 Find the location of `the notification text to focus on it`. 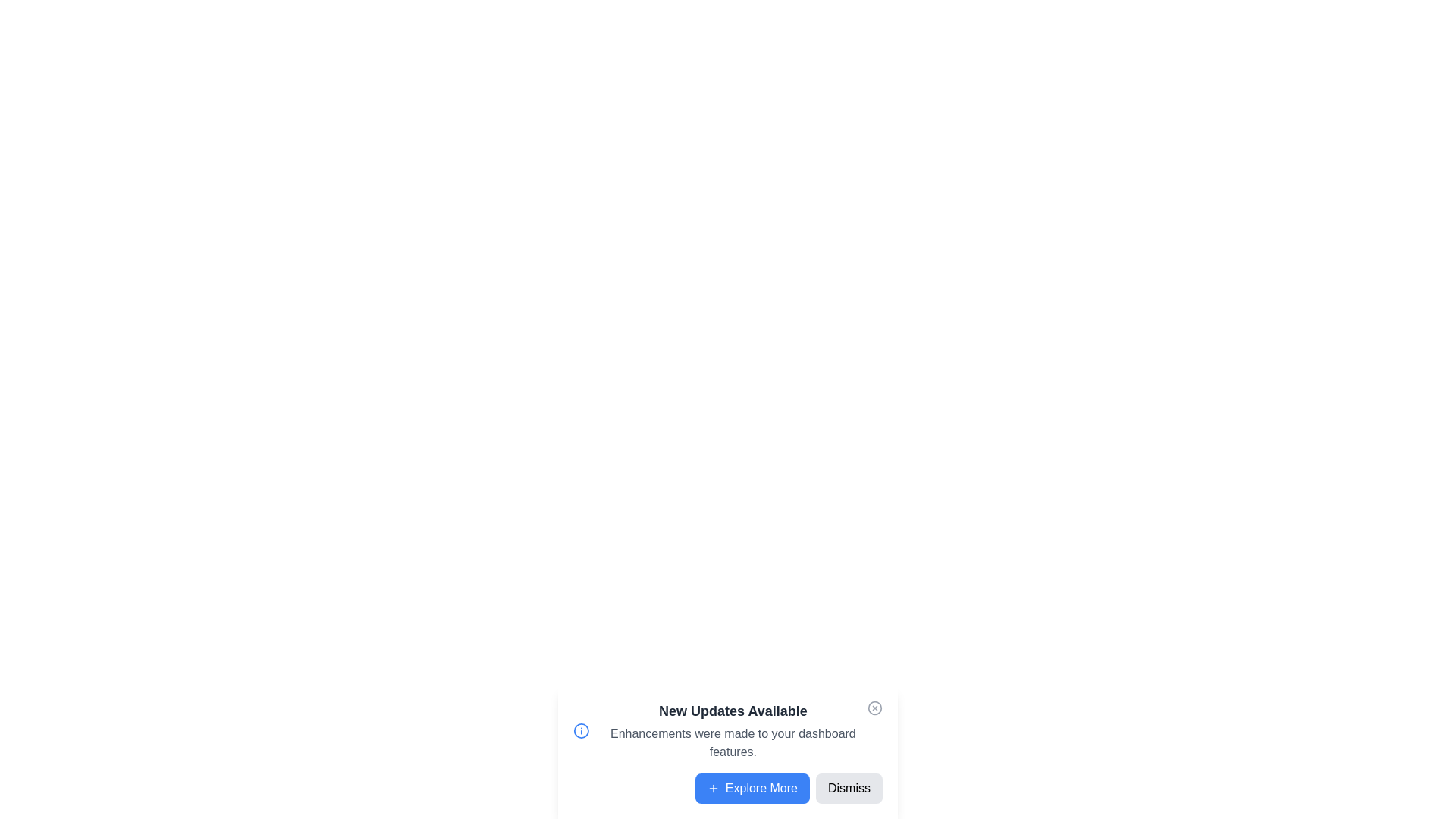

the notification text to focus on it is located at coordinates (732, 730).